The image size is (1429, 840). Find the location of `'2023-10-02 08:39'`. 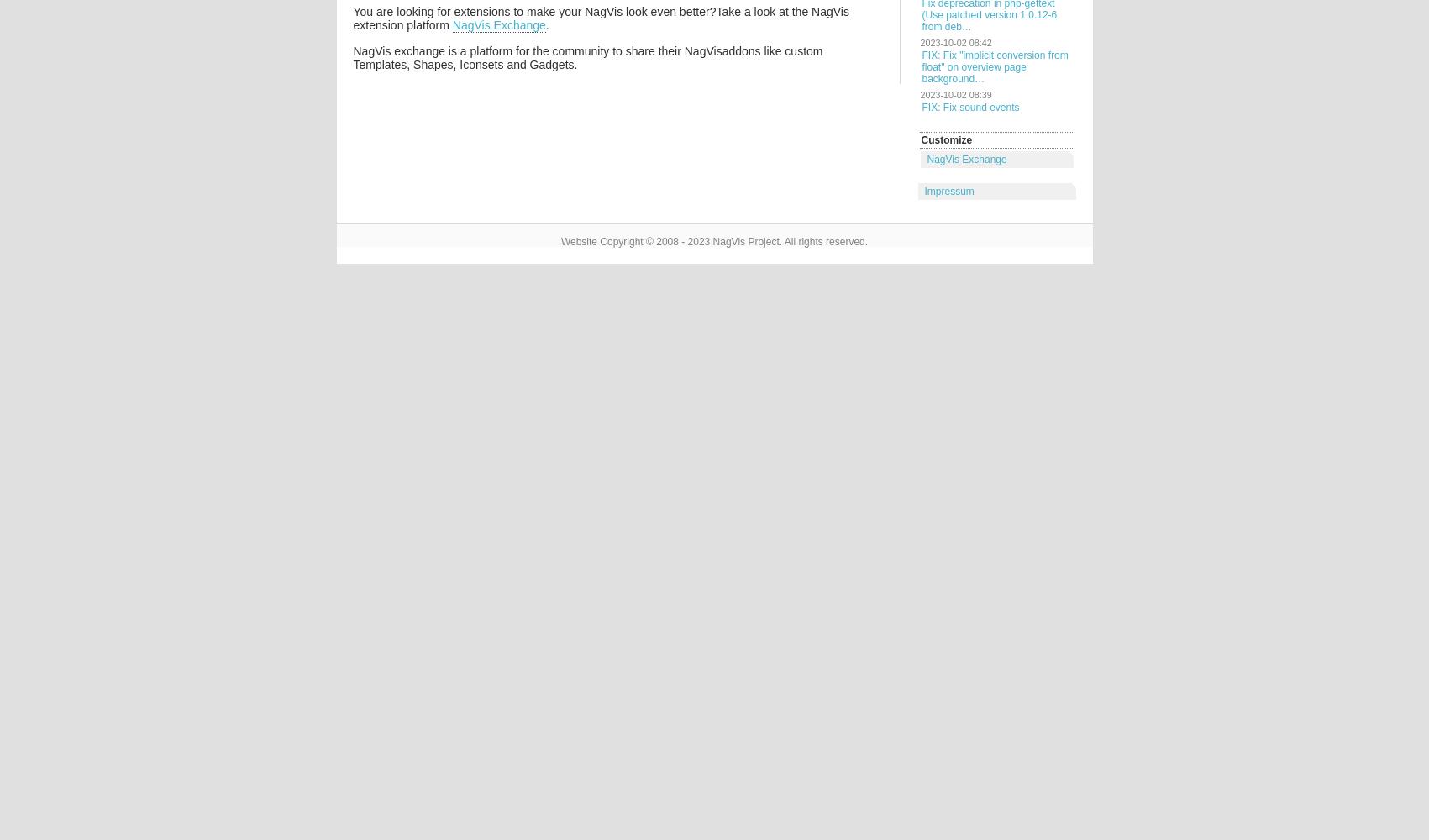

'2023-10-02 08:39' is located at coordinates (954, 94).